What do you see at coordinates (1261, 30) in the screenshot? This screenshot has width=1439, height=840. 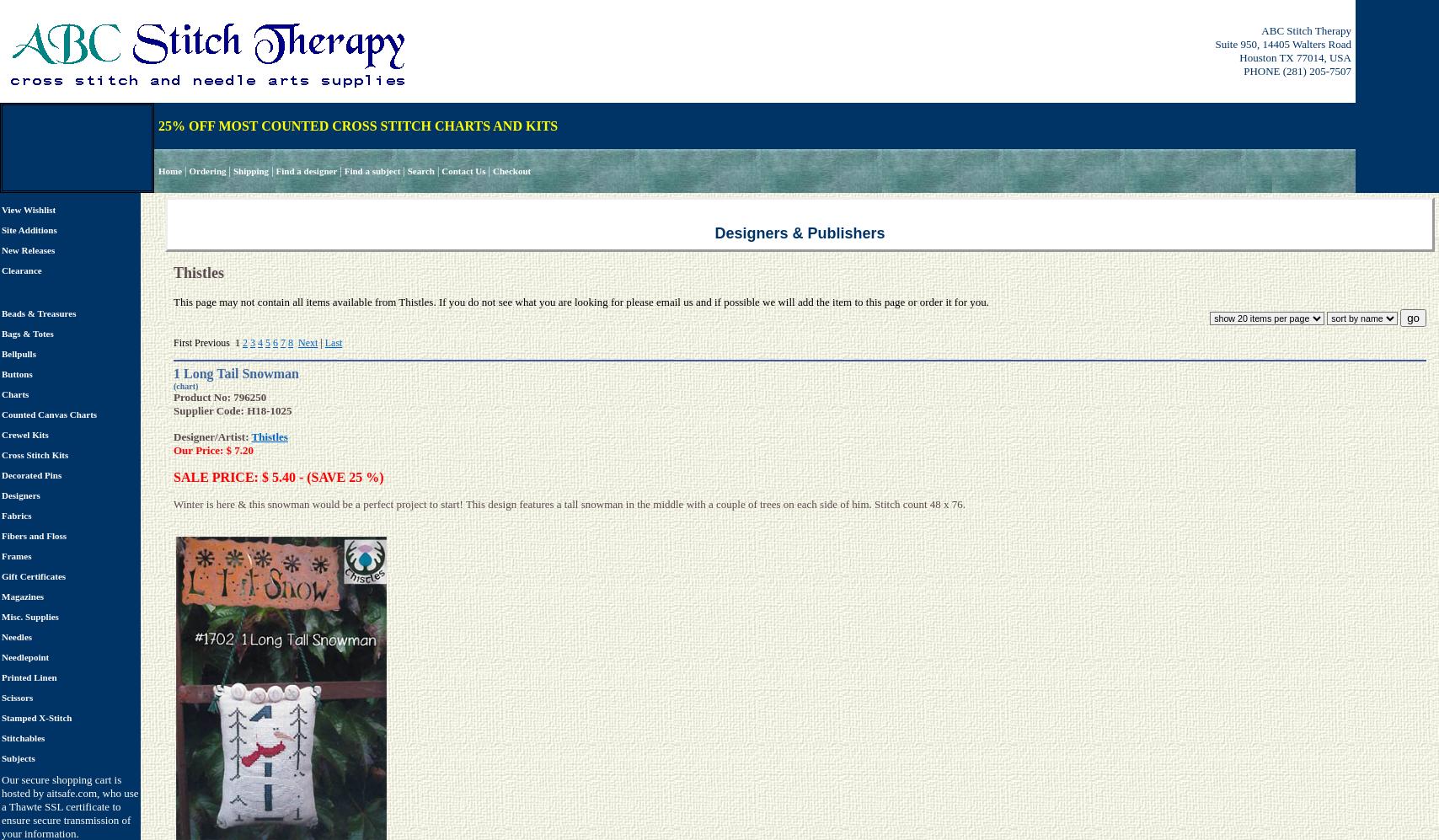 I see `'ABC Stitch Therapy'` at bounding box center [1261, 30].